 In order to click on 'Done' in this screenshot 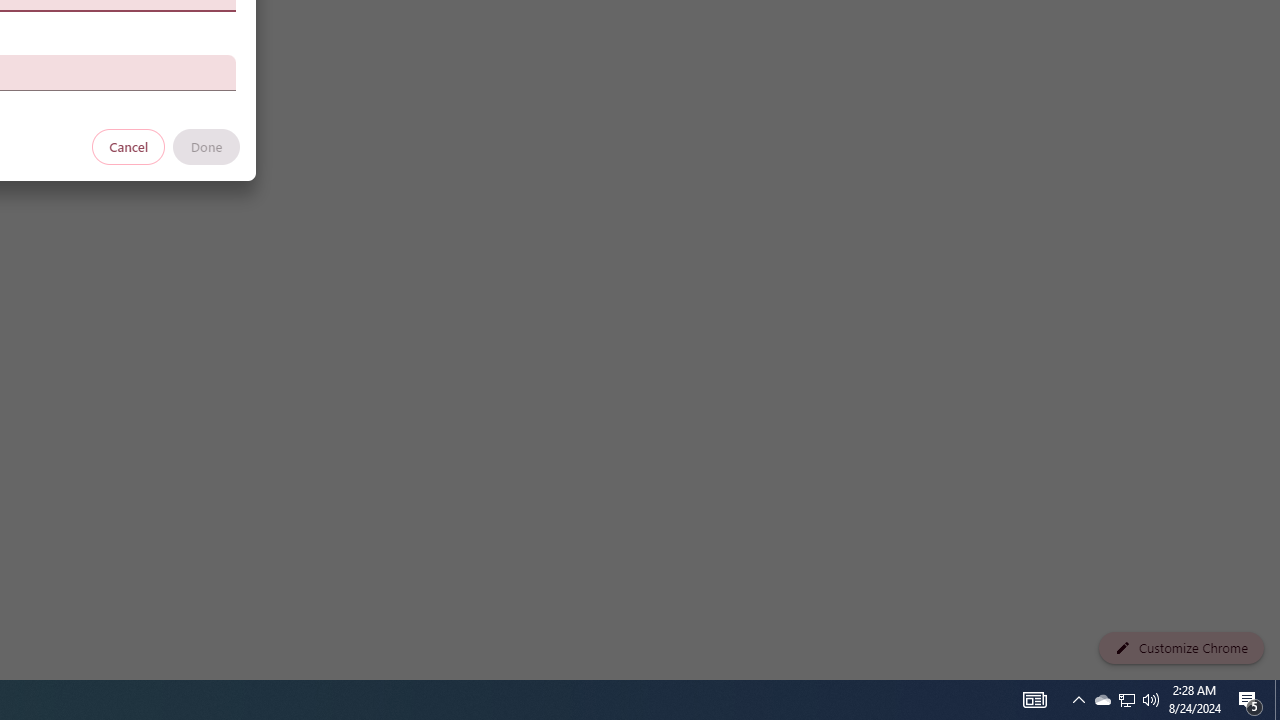, I will do `click(206, 145)`.